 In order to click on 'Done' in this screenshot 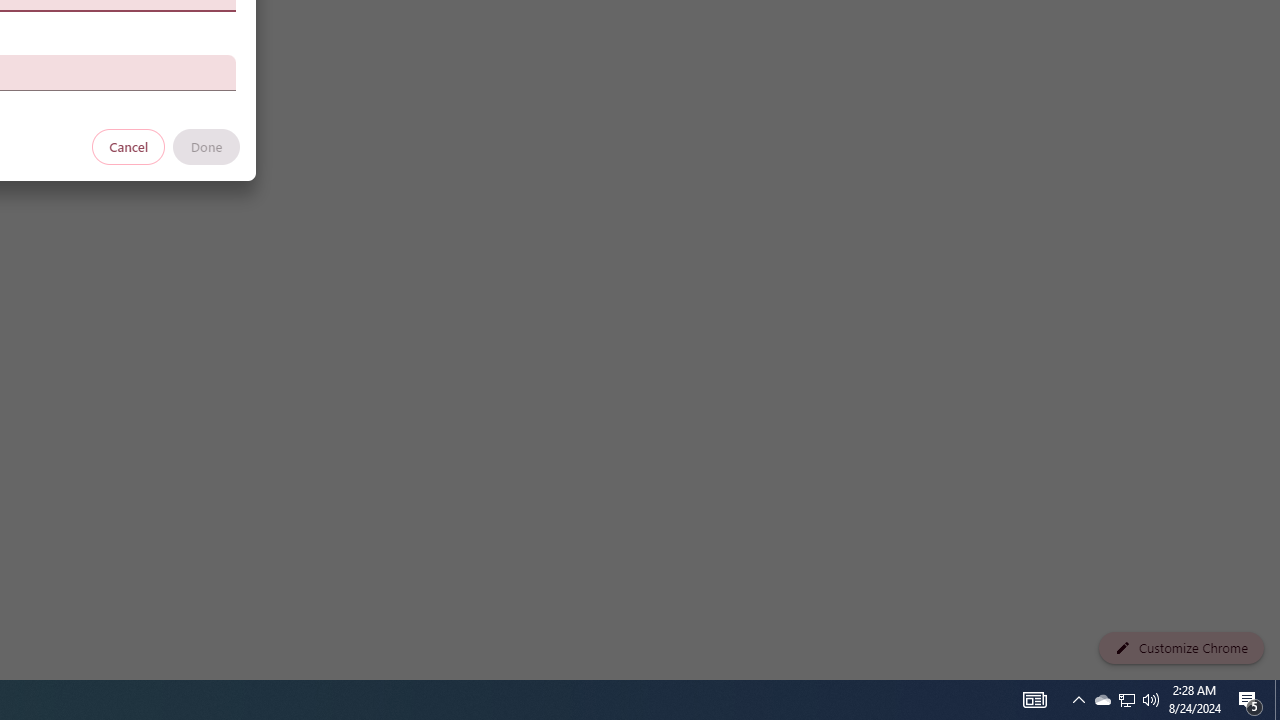, I will do `click(206, 145)`.